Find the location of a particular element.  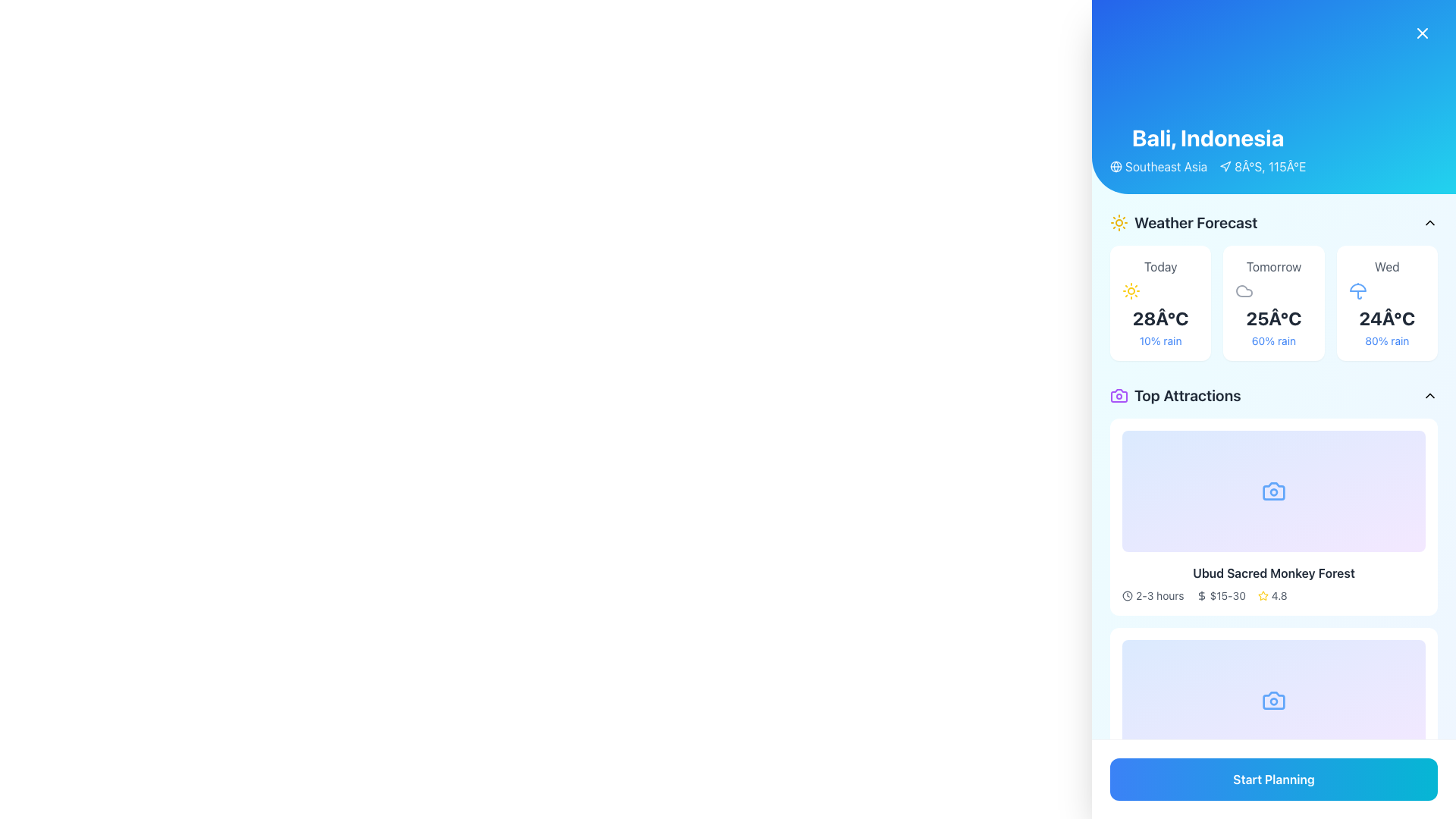

the navigational icon located in the header section adjacent to the 'Bali, Indonesia' label is located at coordinates (1225, 166).